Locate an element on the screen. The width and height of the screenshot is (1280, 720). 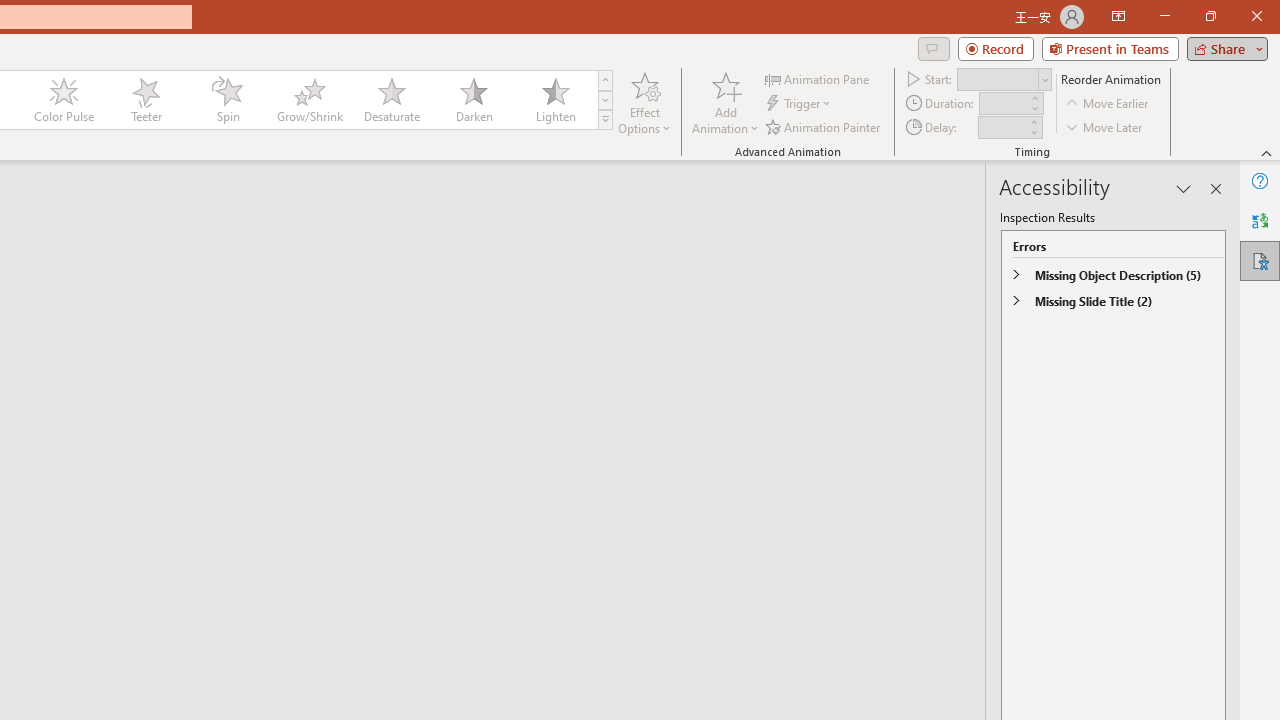
'Animation Styles' is located at coordinates (604, 120).